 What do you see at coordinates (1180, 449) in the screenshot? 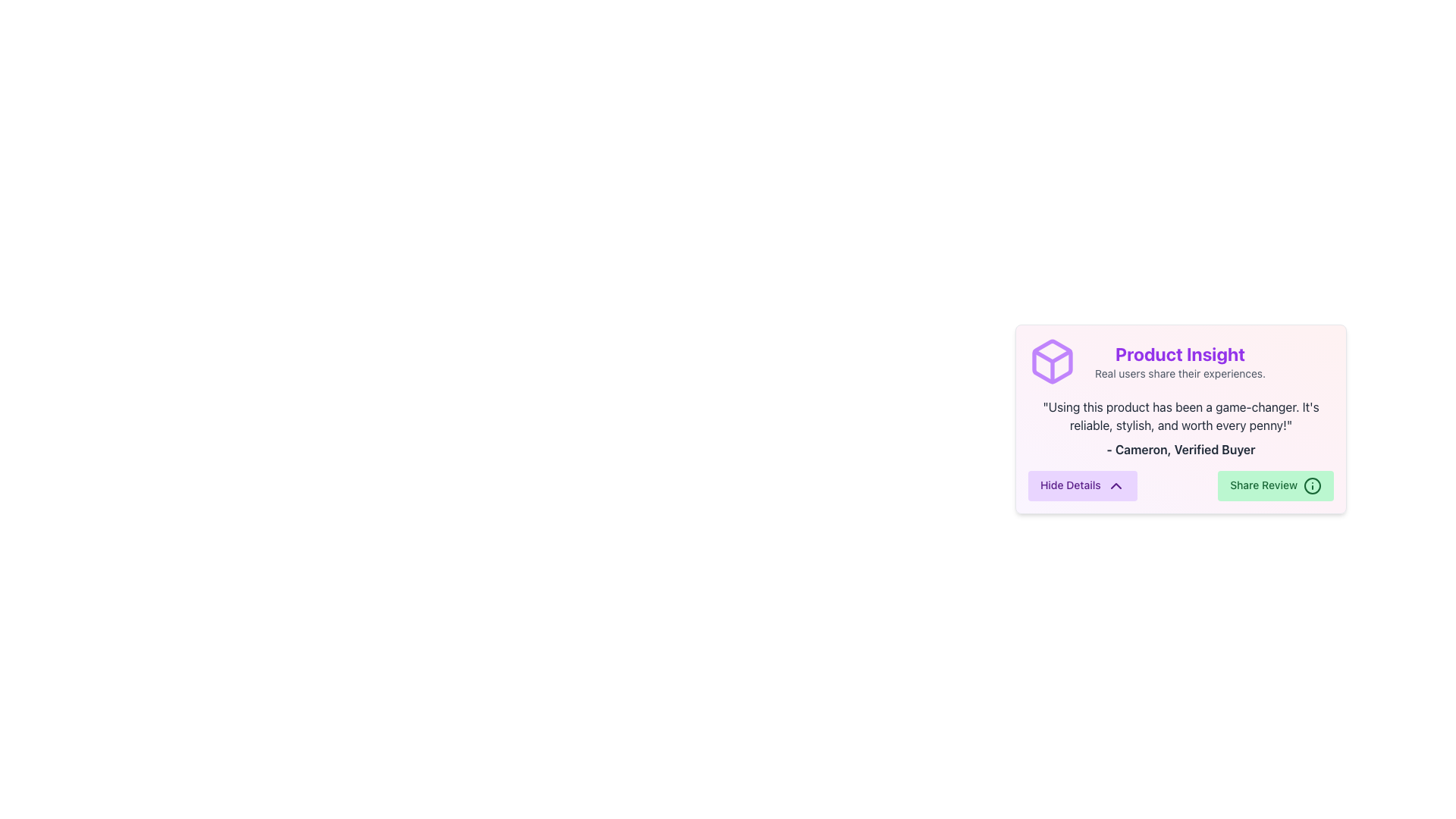
I see `the static text label displaying '- Cameron, Verified Buyer', which is positioned at the bottom of the 'Product Insight' card, directly below the testimonial text` at bounding box center [1180, 449].